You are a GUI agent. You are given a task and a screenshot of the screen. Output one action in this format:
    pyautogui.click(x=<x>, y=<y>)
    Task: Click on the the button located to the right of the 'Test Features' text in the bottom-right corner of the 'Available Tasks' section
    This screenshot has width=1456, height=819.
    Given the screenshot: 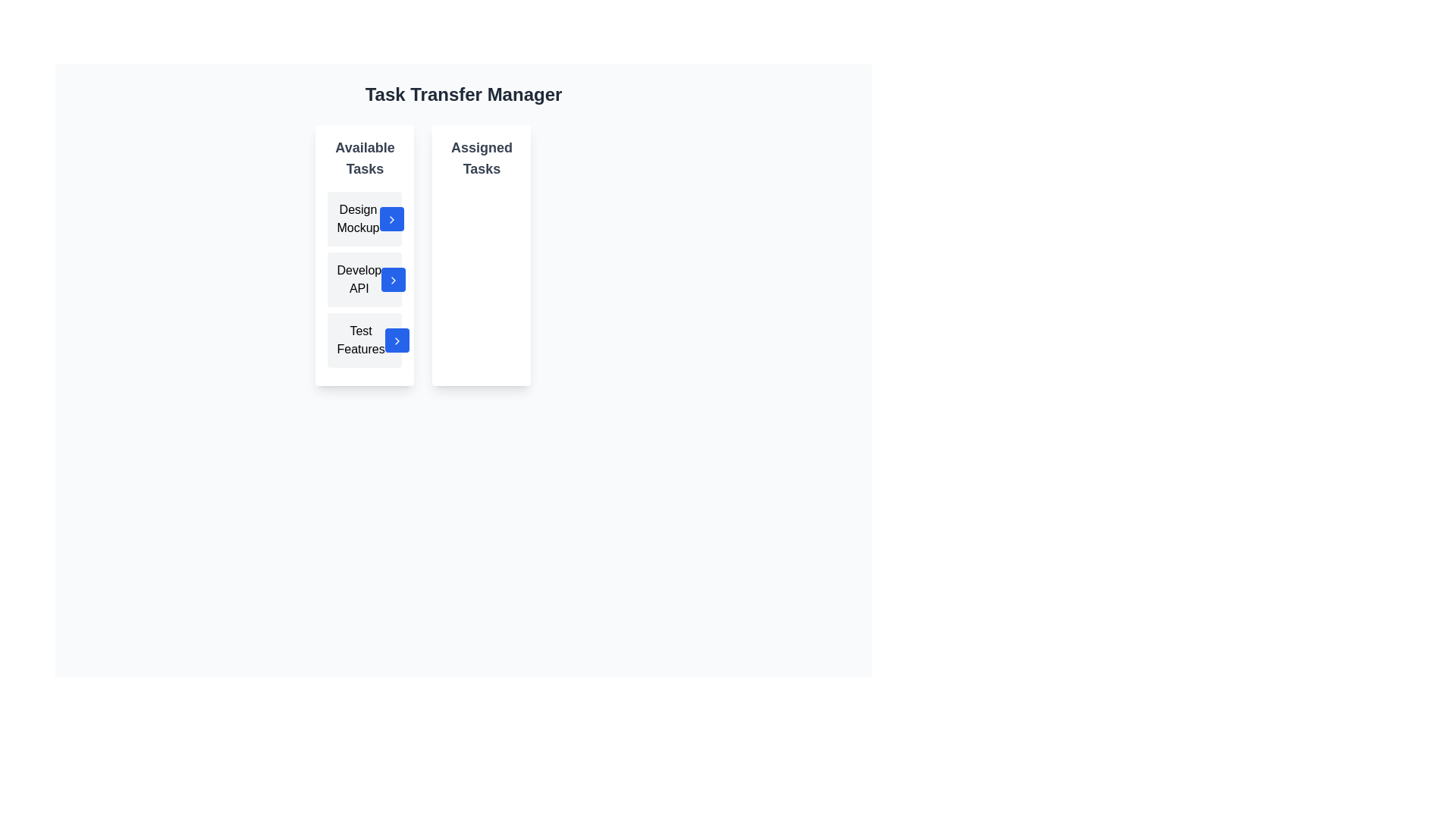 What is the action you would take?
    pyautogui.click(x=397, y=339)
    